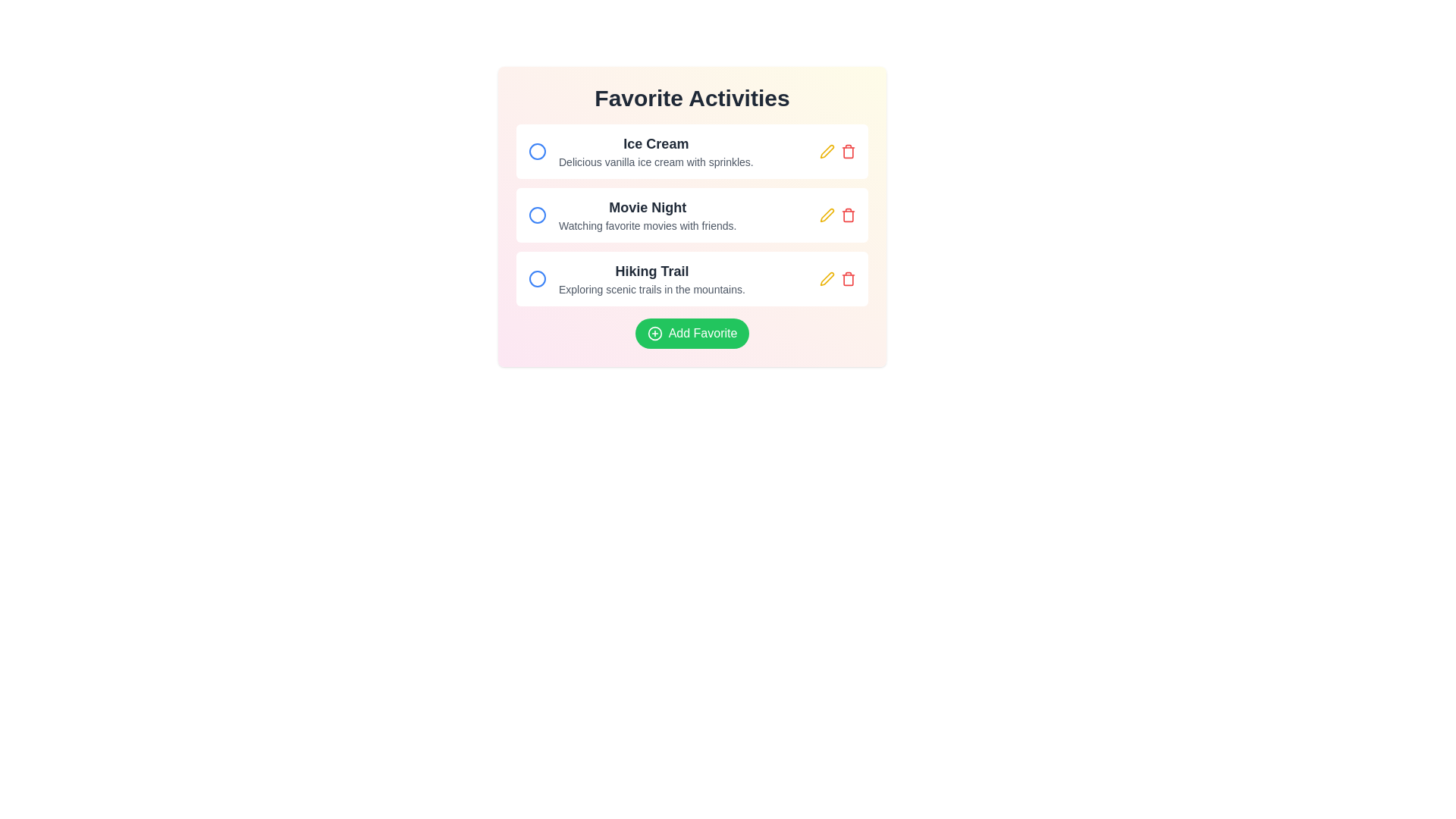 The image size is (1456, 819). Describe the element at coordinates (656, 162) in the screenshot. I see `the textual label that reads 'Delicious vanilla ice cream with sprinkles.', which is styled in gray and positioned just below the main title 'Ice Cream'` at that location.